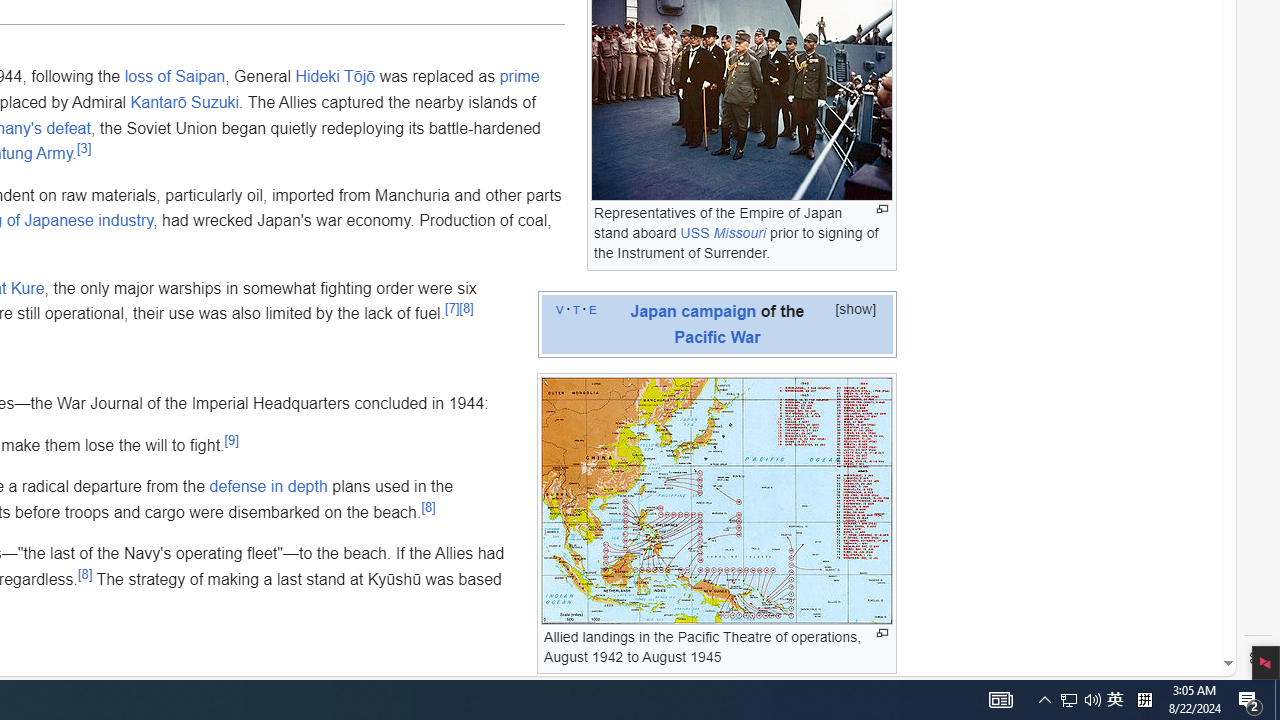 Image resolution: width=1280 pixels, height=720 pixels. What do you see at coordinates (175, 75) in the screenshot?
I see `'loss of Saipan'` at bounding box center [175, 75].